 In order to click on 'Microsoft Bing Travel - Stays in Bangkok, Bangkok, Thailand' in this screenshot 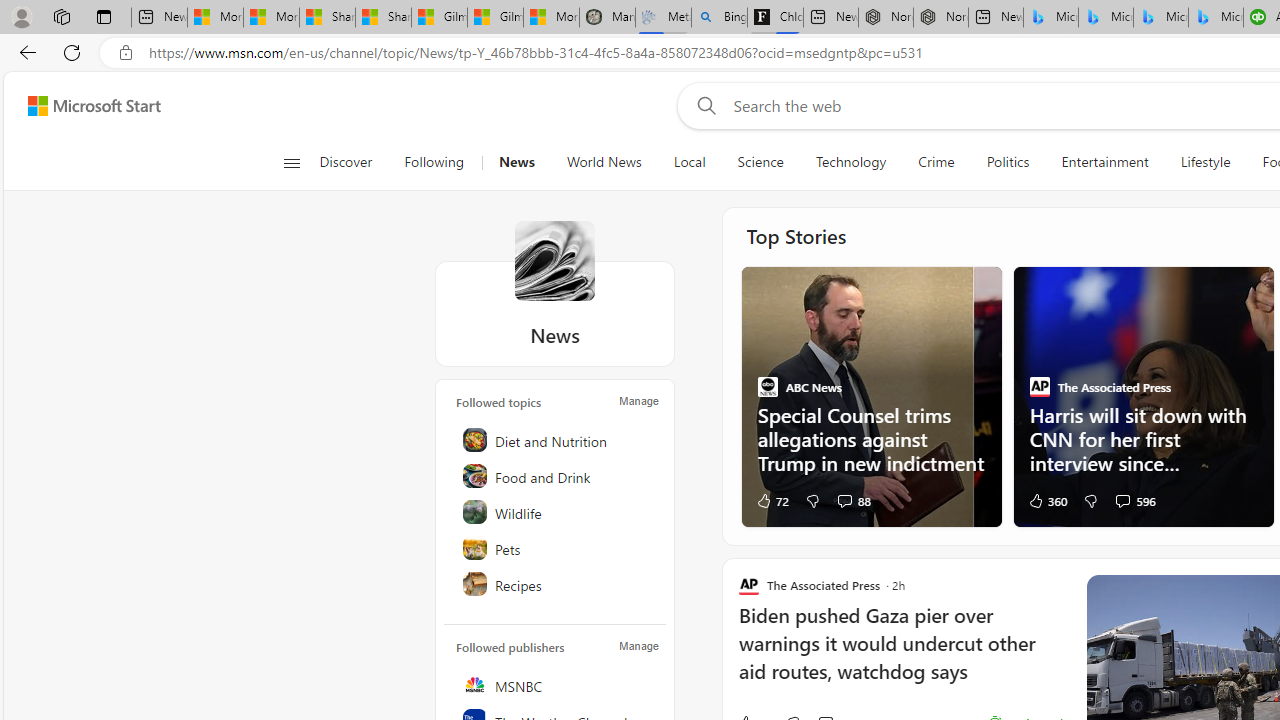, I will do `click(1104, 17)`.